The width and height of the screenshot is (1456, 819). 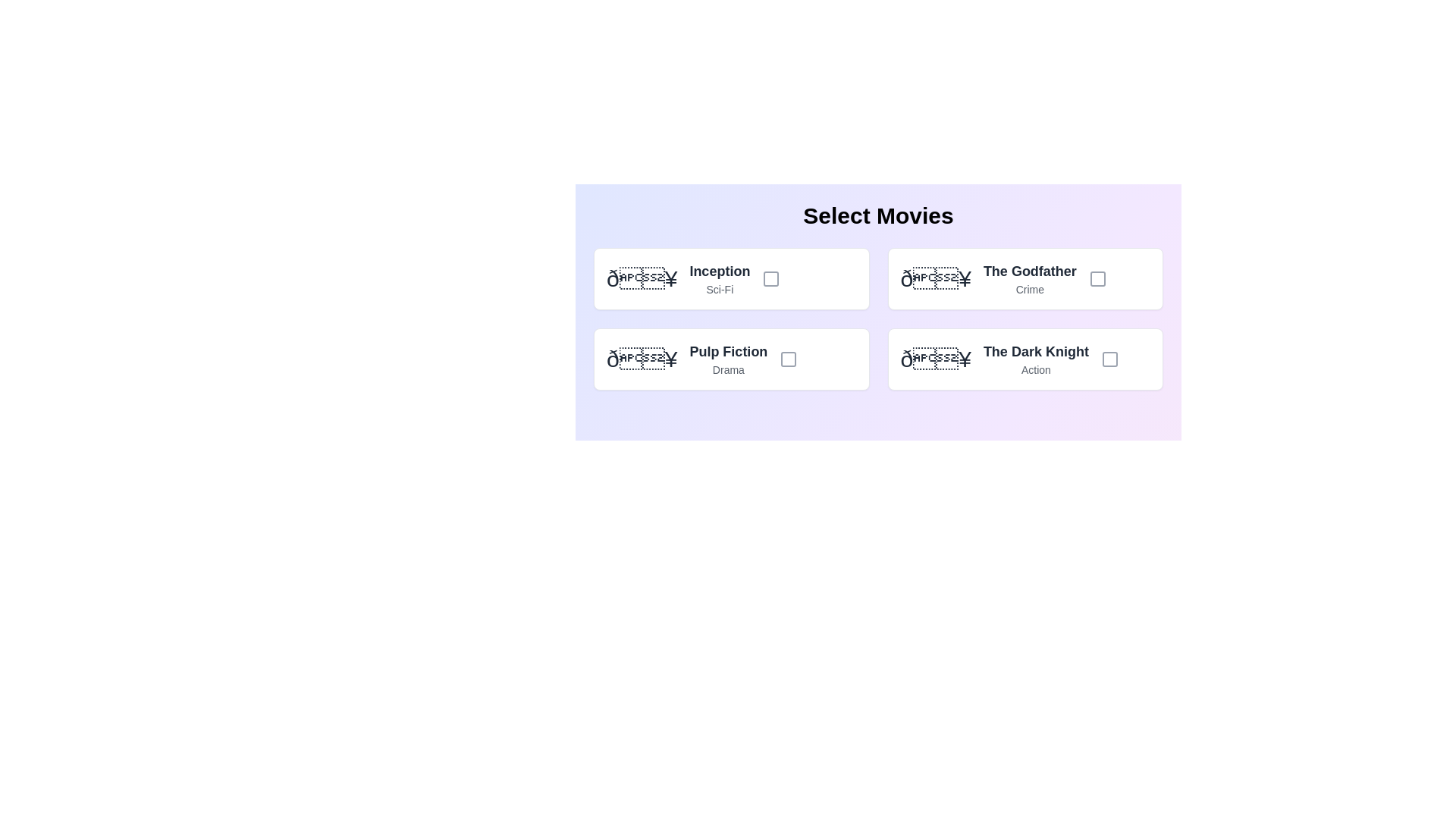 What do you see at coordinates (731, 359) in the screenshot?
I see `the movie card for Pulp Fiction to select or deselect it` at bounding box center [731, 359].